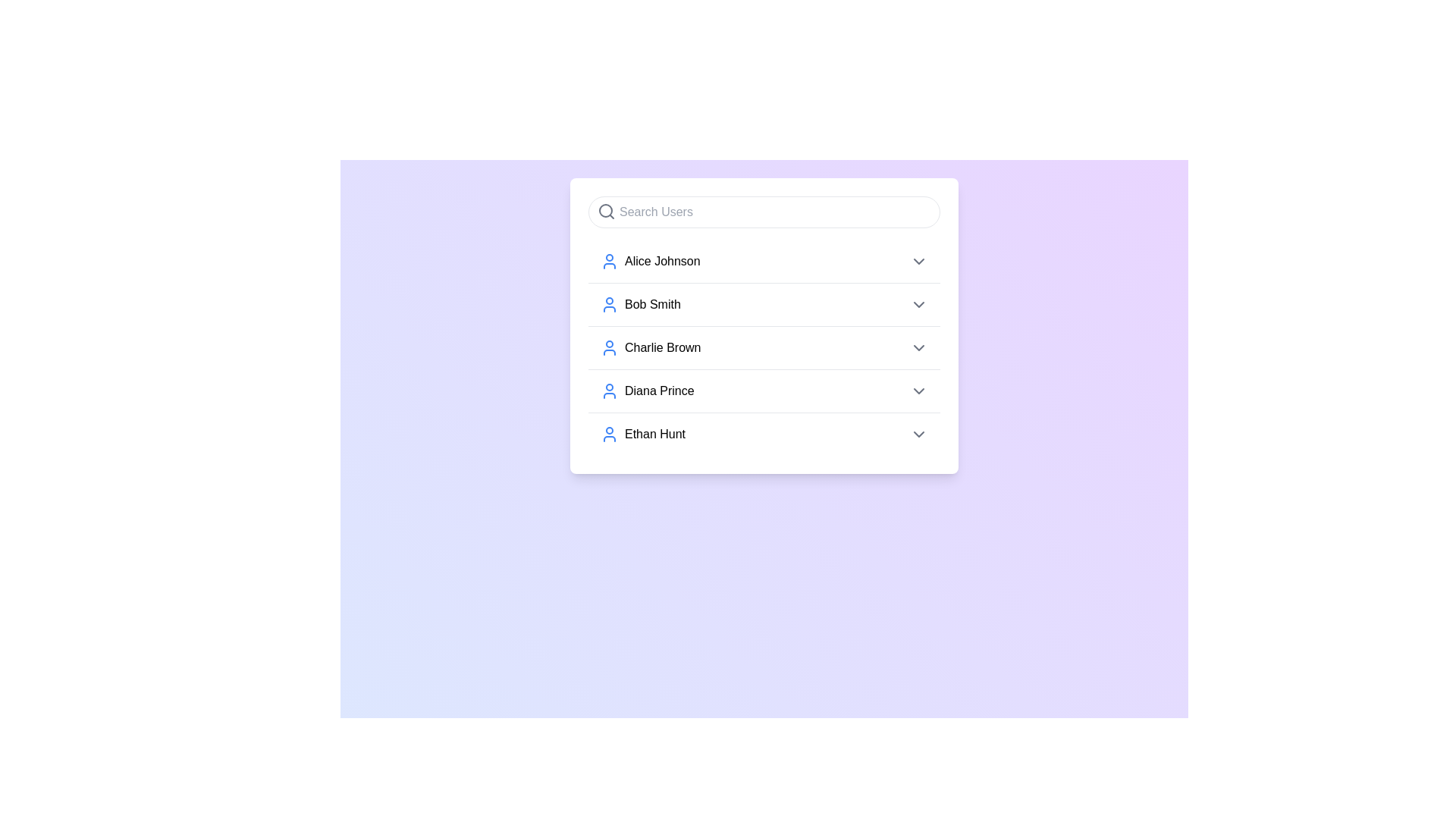  Describe the element at coordinates (607, 211) in the screenshot. I see `the search functionality icon, which is a gray magnifying glass located in the upper-left area of the search input box, positioned to the left of the placeholder text 'Search Users'` at that location.